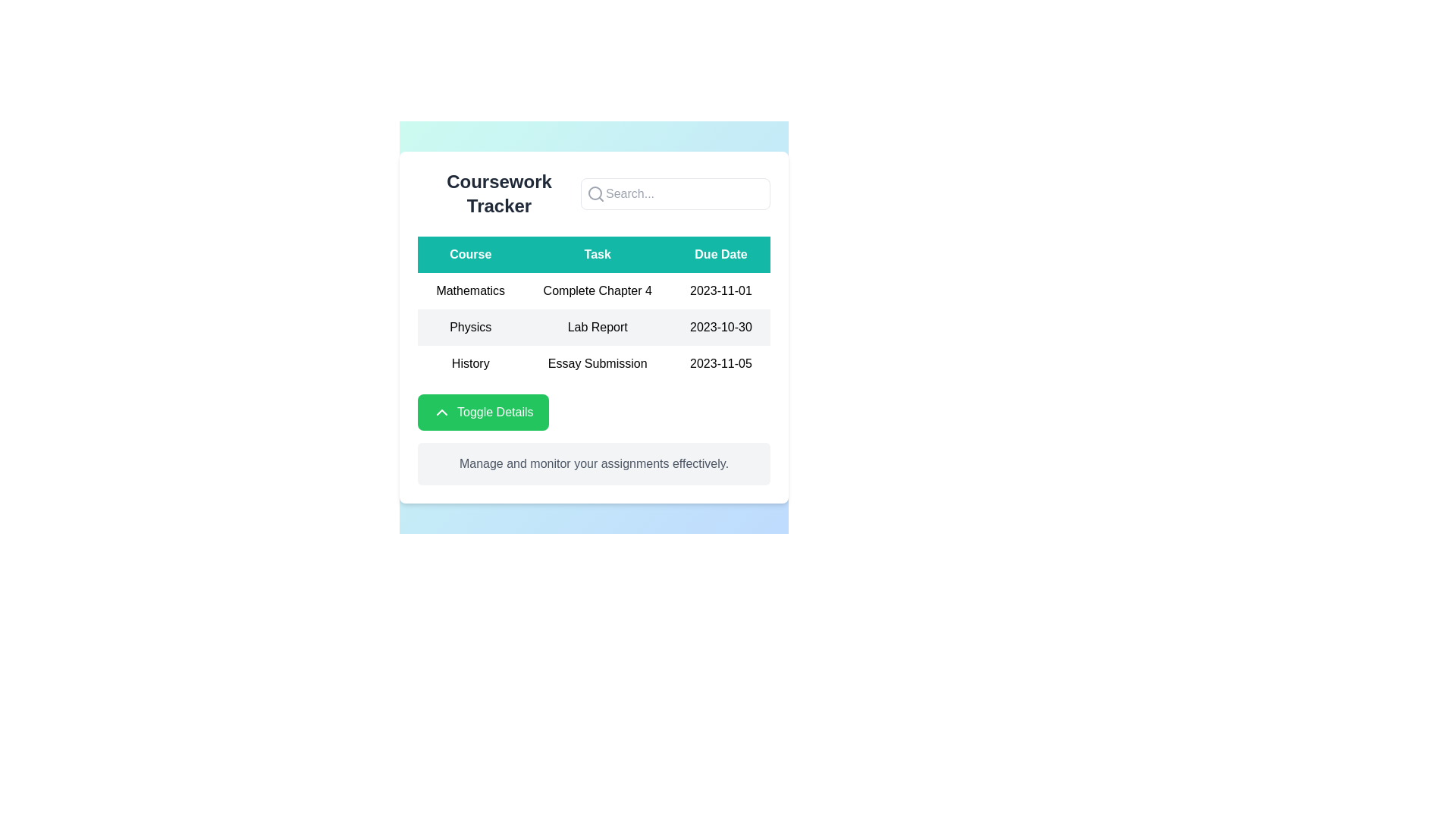 Image resolution: width=1456 pixels, height=819 pixels. What do you see at coordinates (469, 253) in the screenshot?
I see `the static text label 'Course', which is the first of three sibling elements with a teal background and bold white text` at bounding box center [469, 253].